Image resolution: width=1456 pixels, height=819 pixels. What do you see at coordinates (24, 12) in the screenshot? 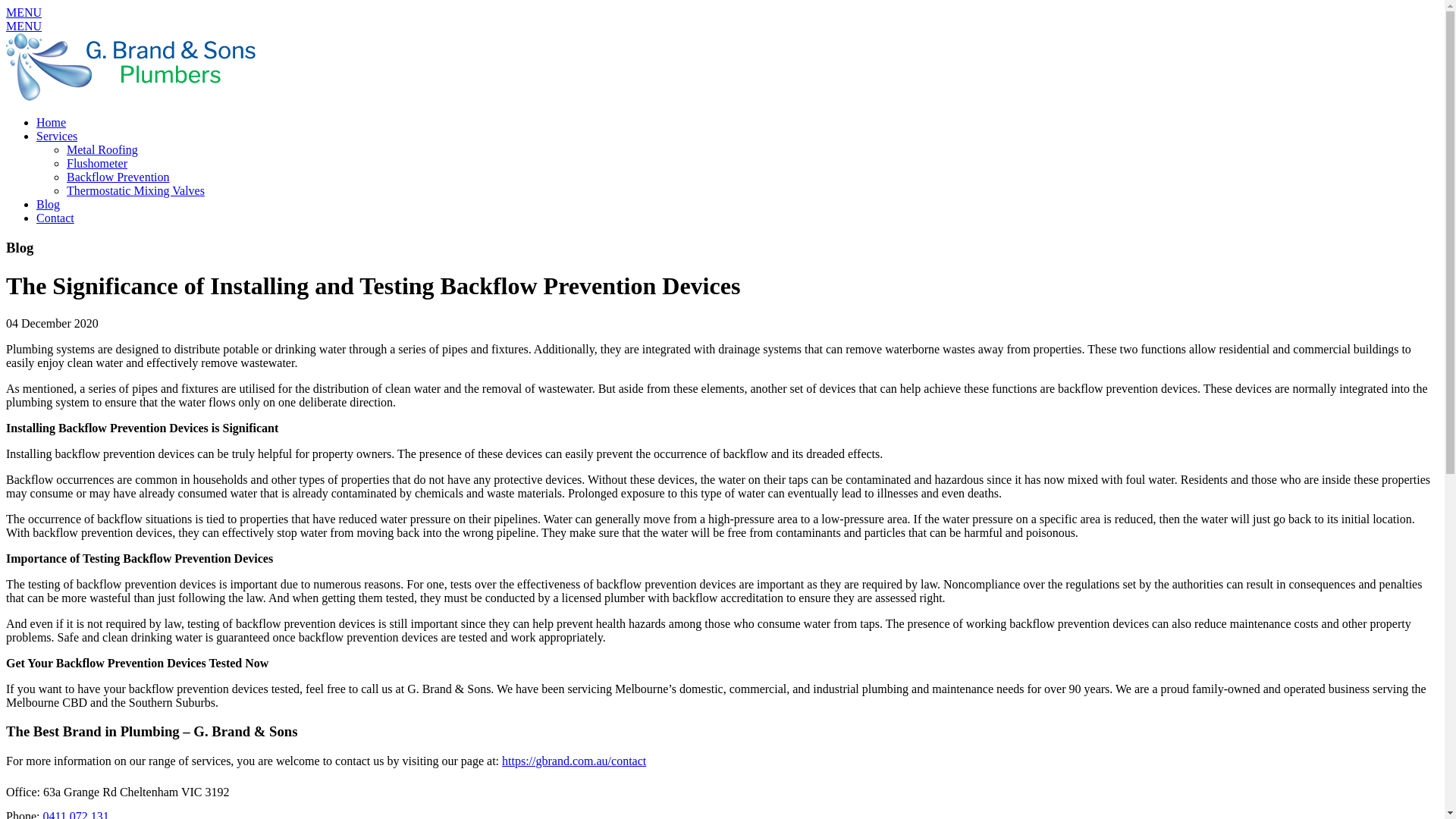
I see `'MENU'` at bounding box center [24, 12].